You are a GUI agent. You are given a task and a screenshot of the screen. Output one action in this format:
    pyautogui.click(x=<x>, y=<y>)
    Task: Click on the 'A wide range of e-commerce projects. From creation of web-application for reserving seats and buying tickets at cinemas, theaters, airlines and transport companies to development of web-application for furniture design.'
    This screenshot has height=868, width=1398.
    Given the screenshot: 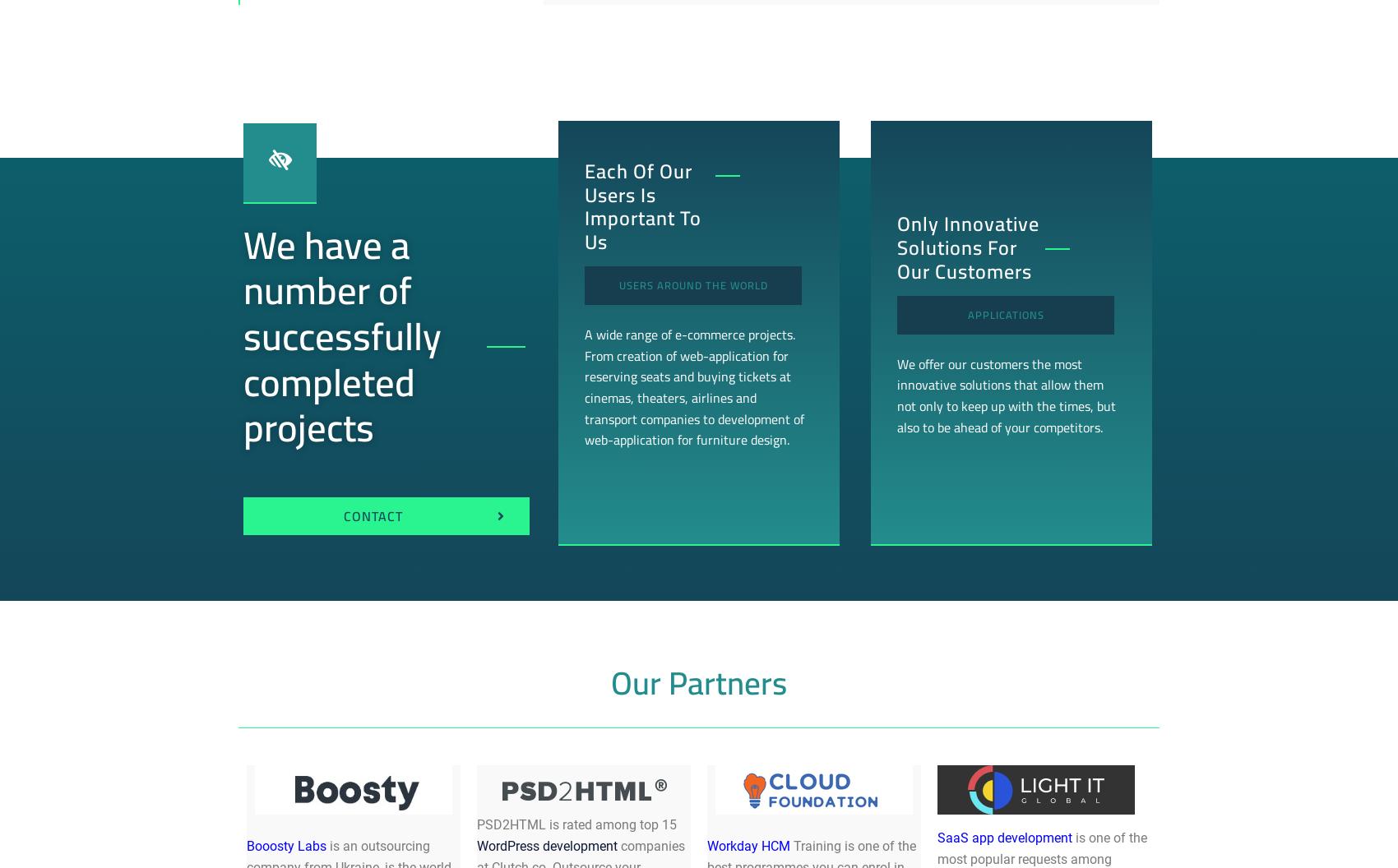 What is the action you would take?
    pyautogui.click(x=692, y=386)
    